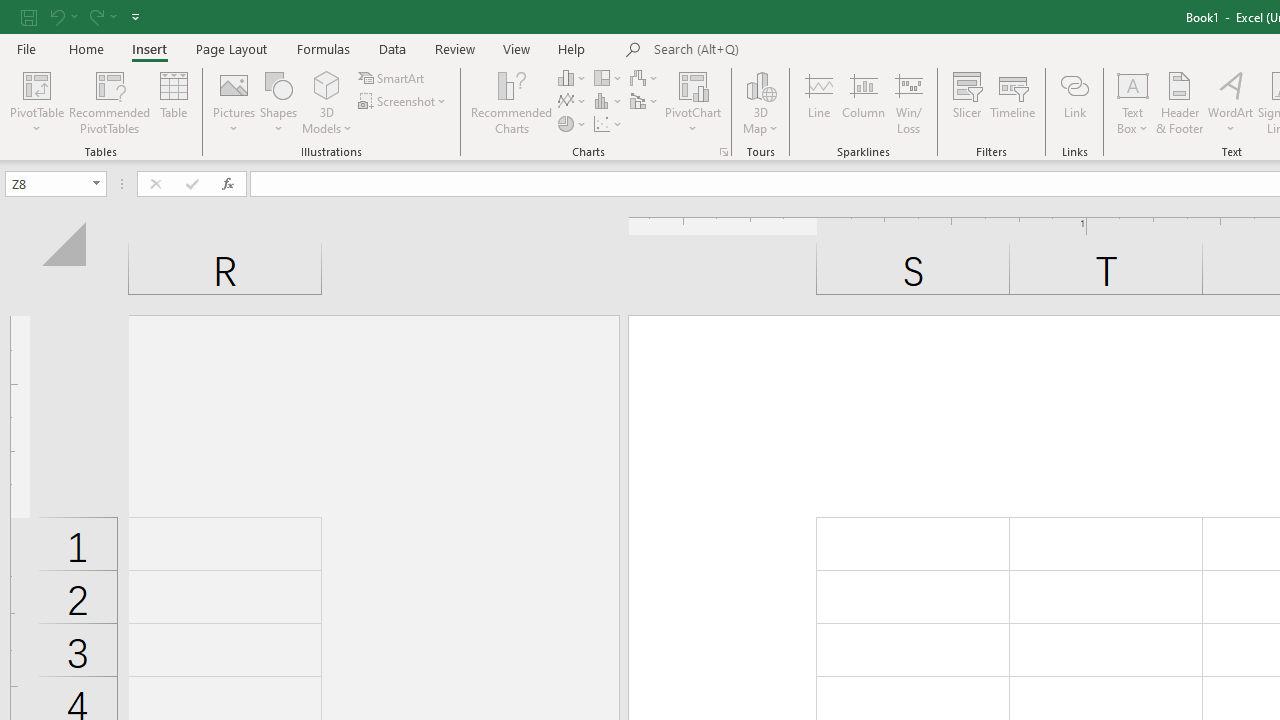 Image resolution: width=1280 pixels, height=720 pixels. Describe the element at coordinates (693, 84) in the screenshot. I see `'PivotChart'` at that location.